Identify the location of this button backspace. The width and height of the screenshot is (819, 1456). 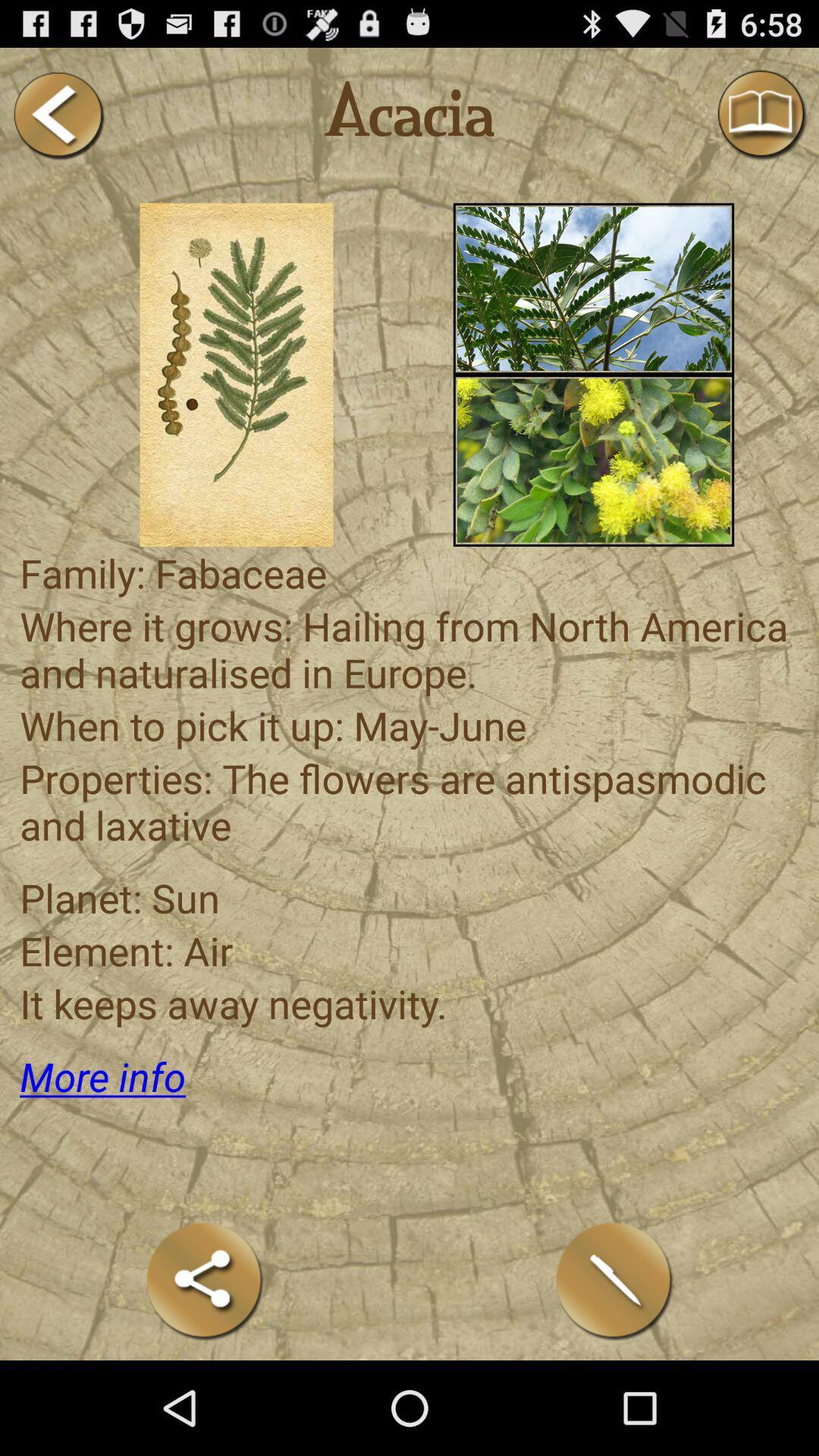
(57, 115).